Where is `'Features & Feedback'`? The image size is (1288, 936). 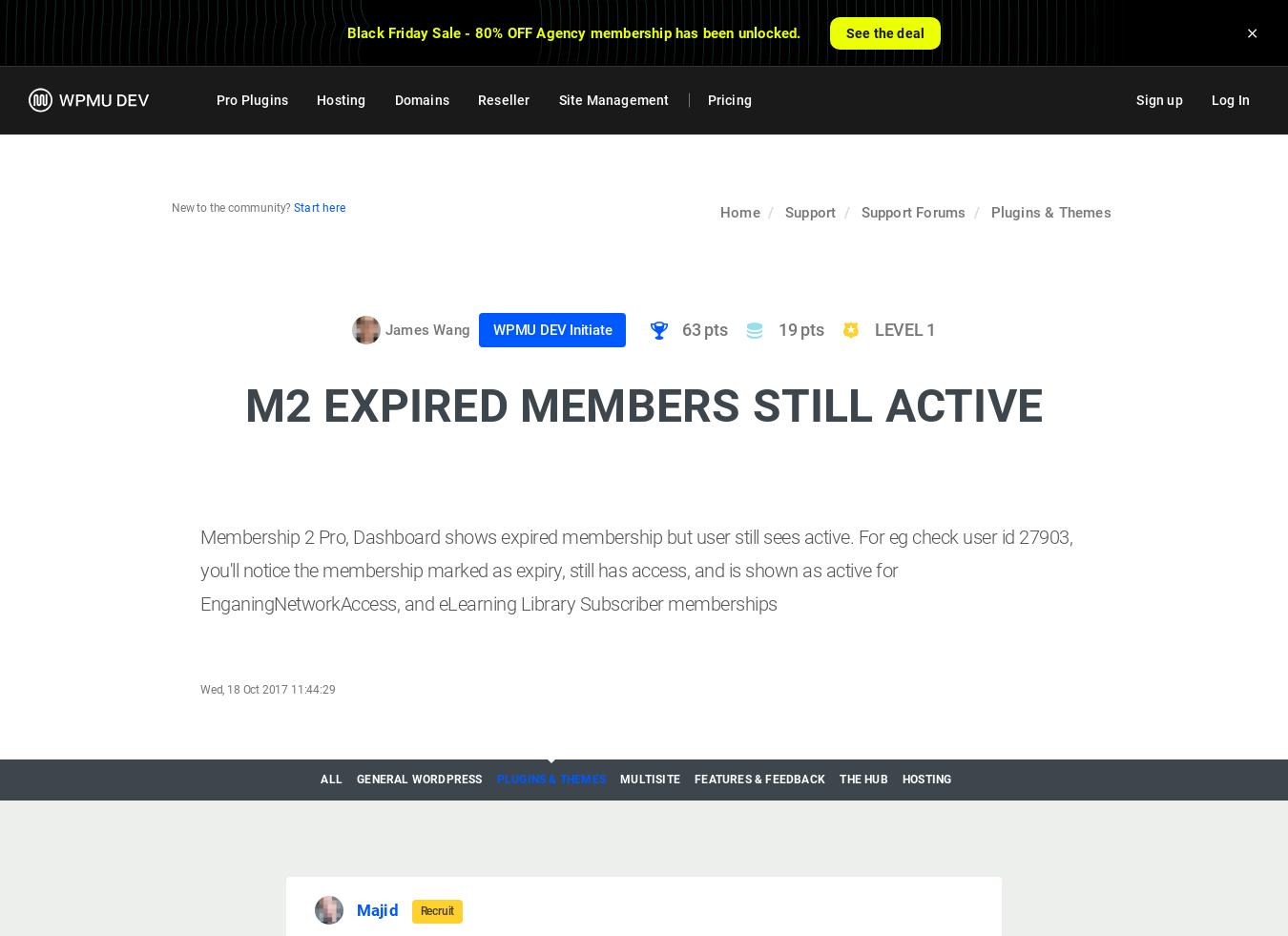 'Features & Feedback' is located at coordinates (759, 778).